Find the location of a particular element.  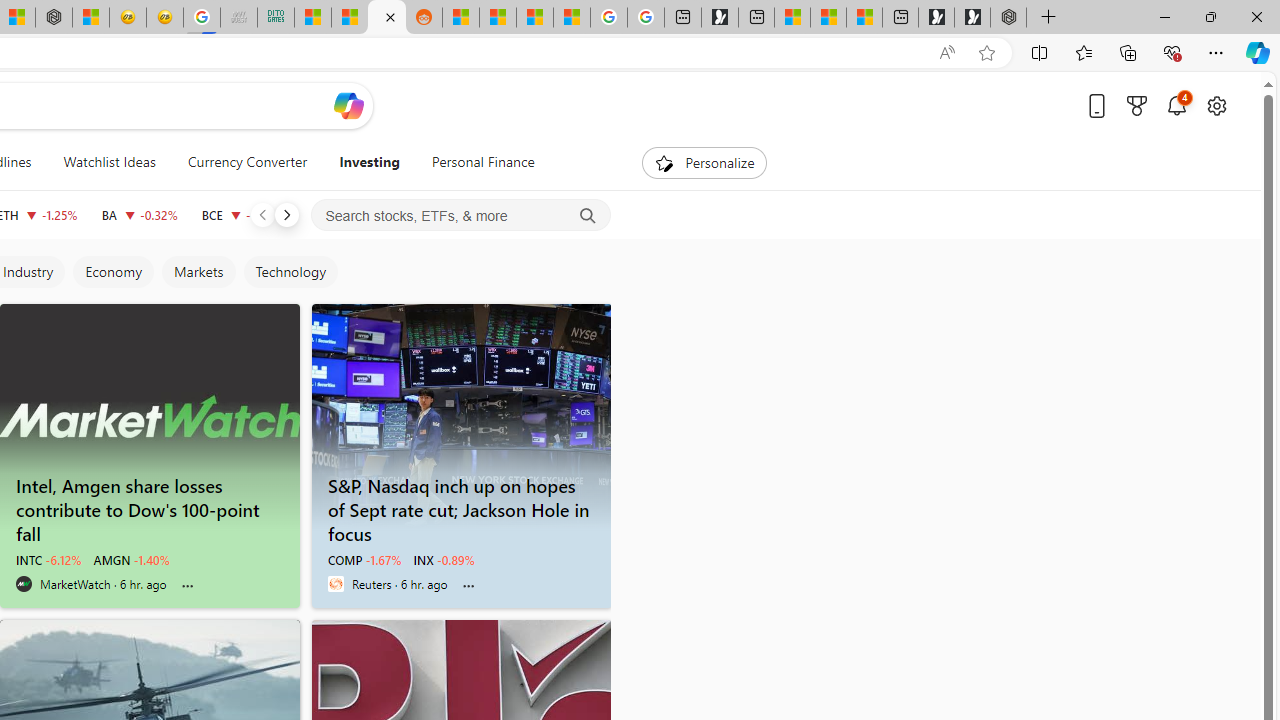

'MarketWatch' is located at coordinates (23, 583).